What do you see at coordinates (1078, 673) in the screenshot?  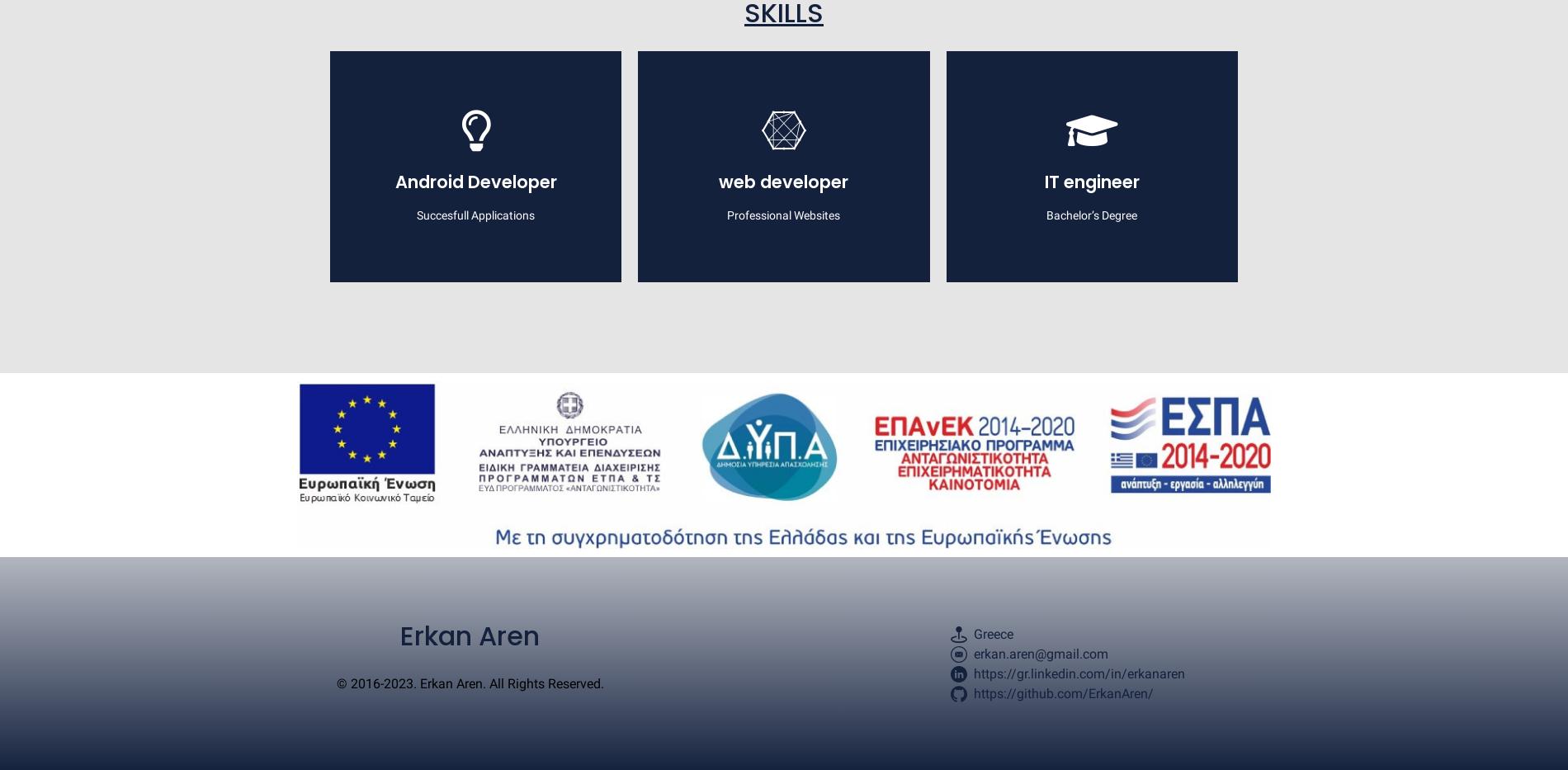 I see `'https://gr.linkedin.com/in/erkanaren'` at bounding box center [1078, 673].